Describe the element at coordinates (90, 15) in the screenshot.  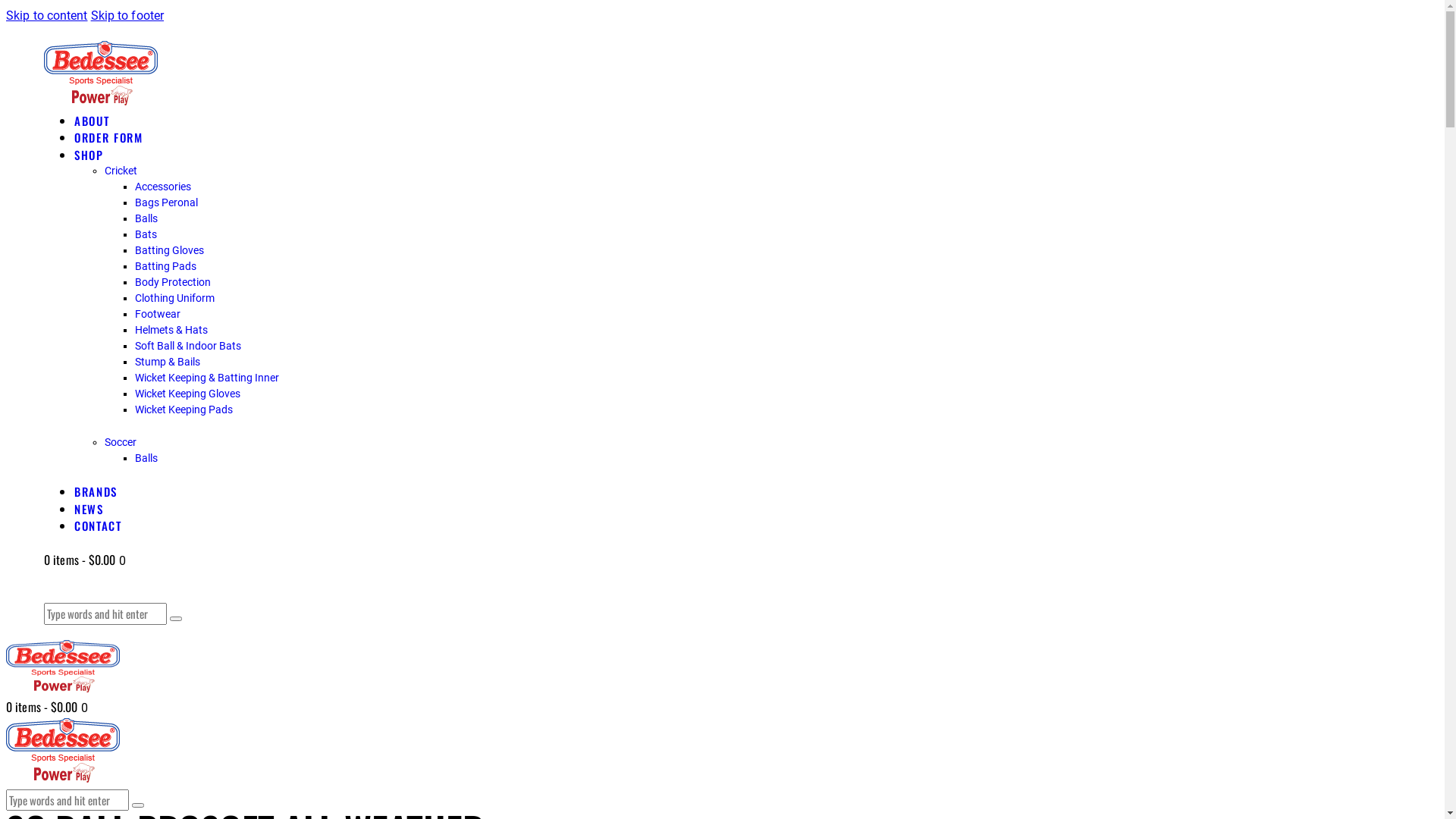
I see `'Skip to footer'` at that location.